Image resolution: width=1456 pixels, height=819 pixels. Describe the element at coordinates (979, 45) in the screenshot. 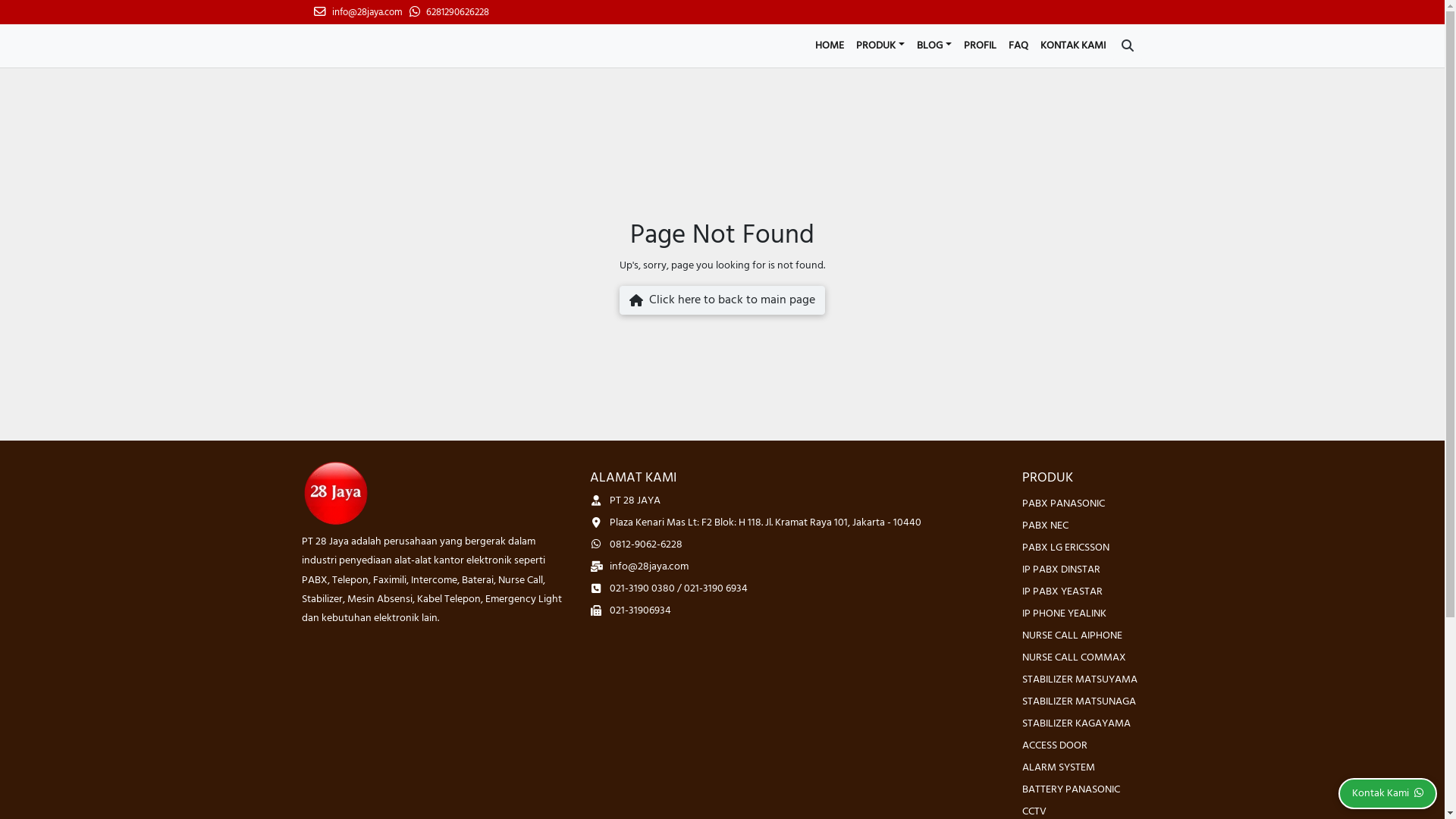

I see `'PROFIL'` at that location.